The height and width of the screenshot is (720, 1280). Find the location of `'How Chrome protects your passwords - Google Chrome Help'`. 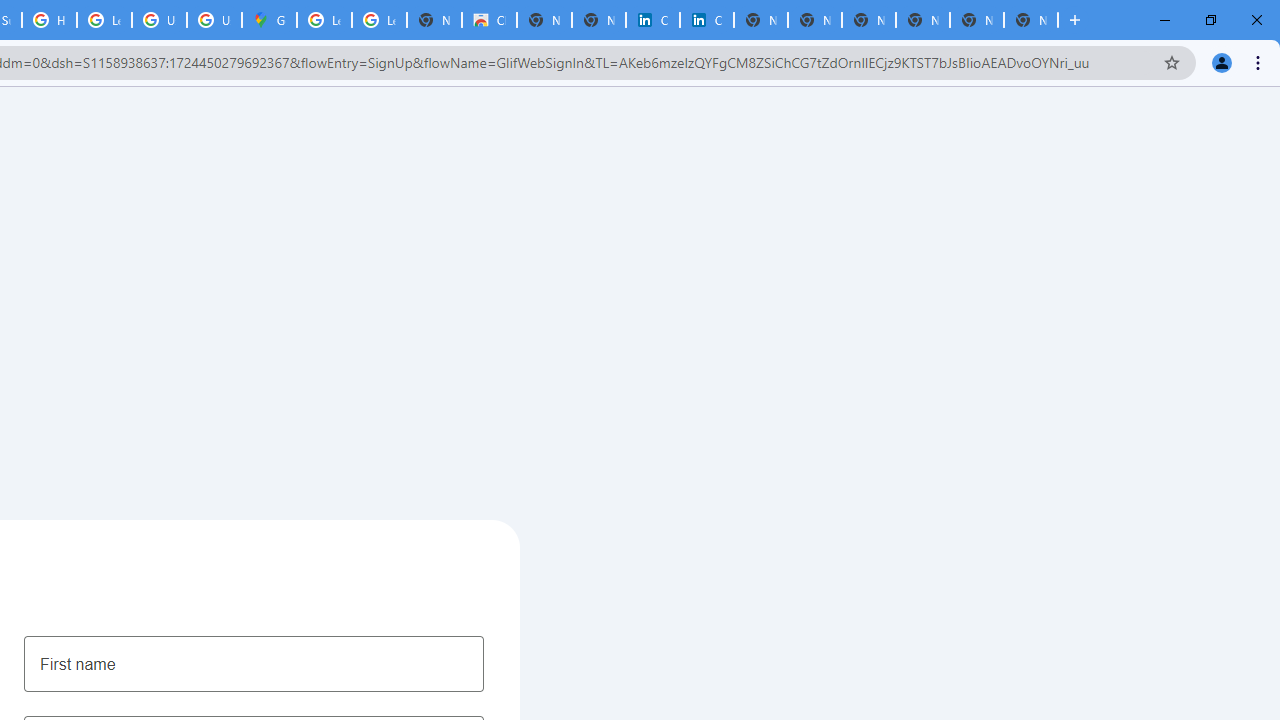

'How Chrome protects your passwords - Google Chrome Help' is located at coordinates (49, 20).